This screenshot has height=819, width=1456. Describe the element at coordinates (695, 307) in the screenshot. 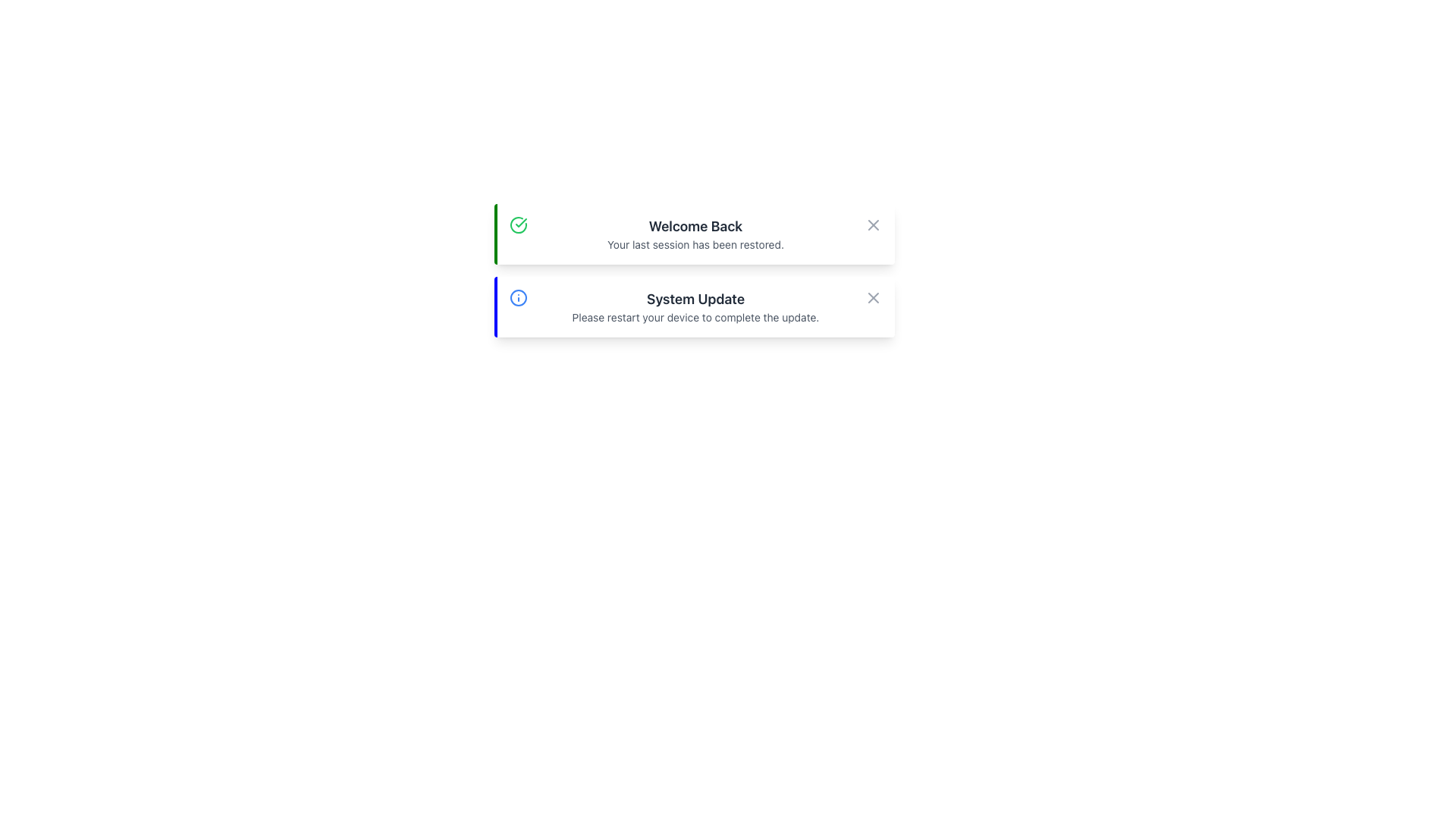

I see `the textual notification displaying 'System Update' with a subtitle to restart the device, located centrally within a notification card` at that location.